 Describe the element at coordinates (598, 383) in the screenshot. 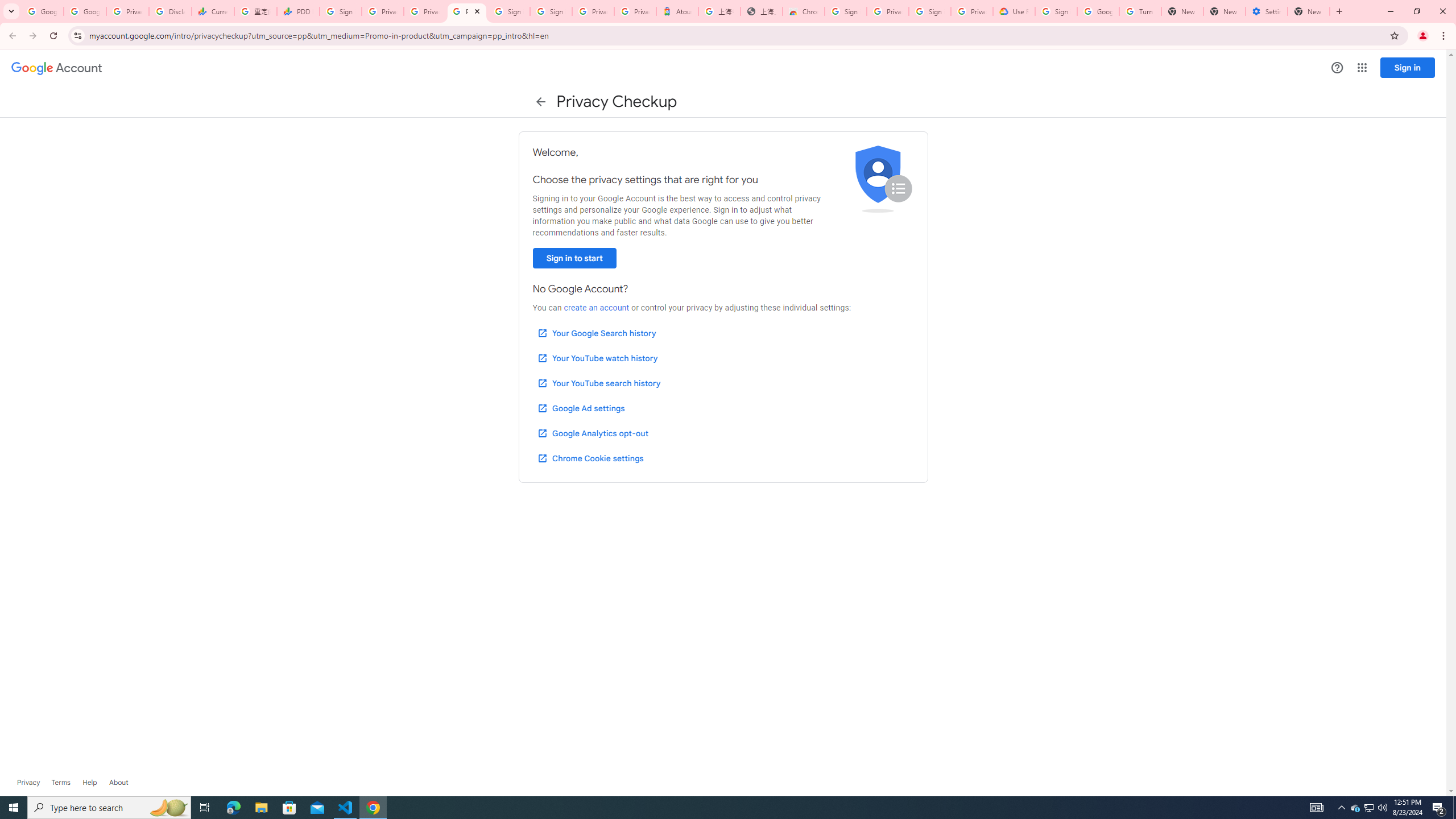

I see `'Your YouTube search history'` at that location.